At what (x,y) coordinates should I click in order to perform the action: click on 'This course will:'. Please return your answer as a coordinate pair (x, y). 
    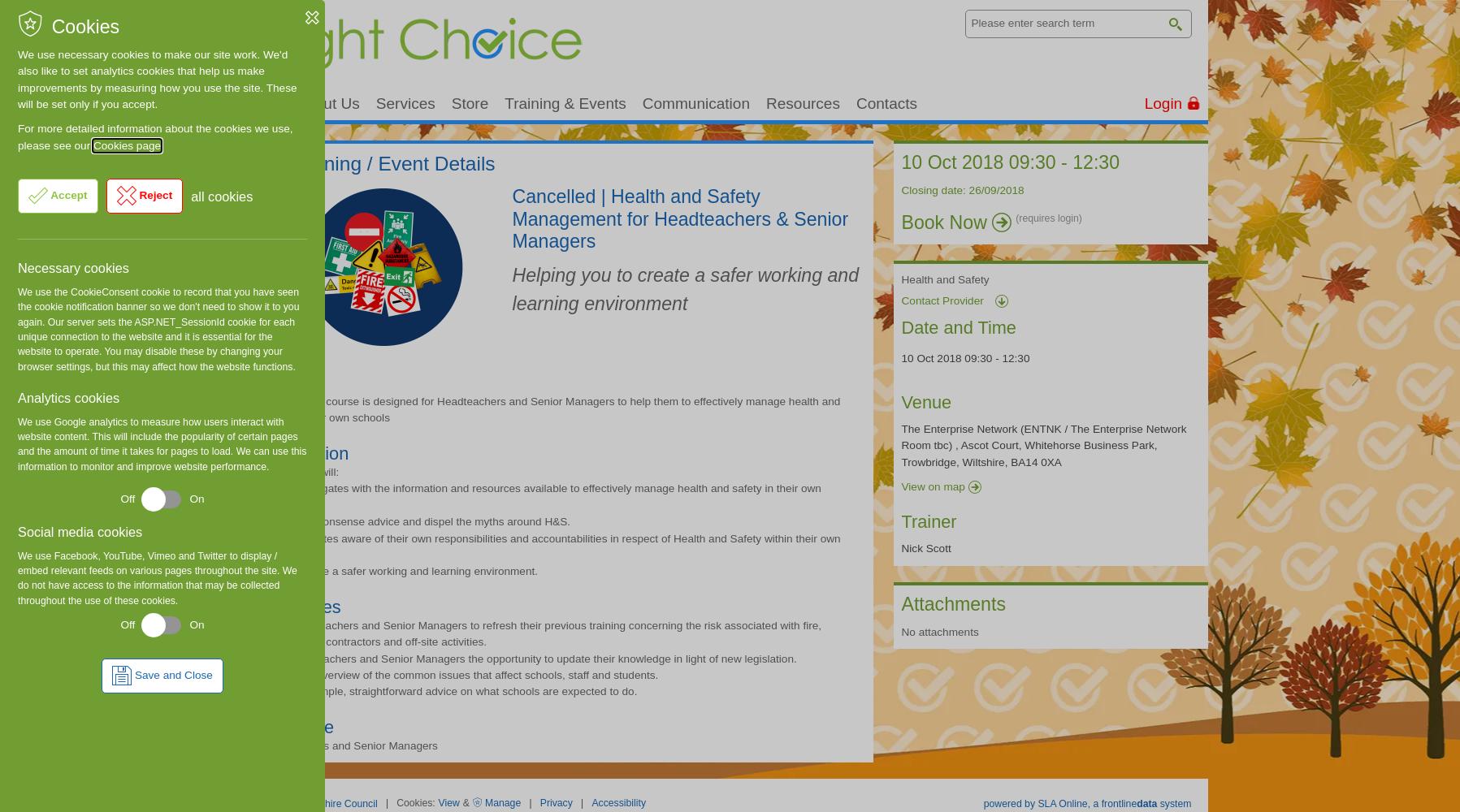
    Looking at the image, I should click on (260, 470).